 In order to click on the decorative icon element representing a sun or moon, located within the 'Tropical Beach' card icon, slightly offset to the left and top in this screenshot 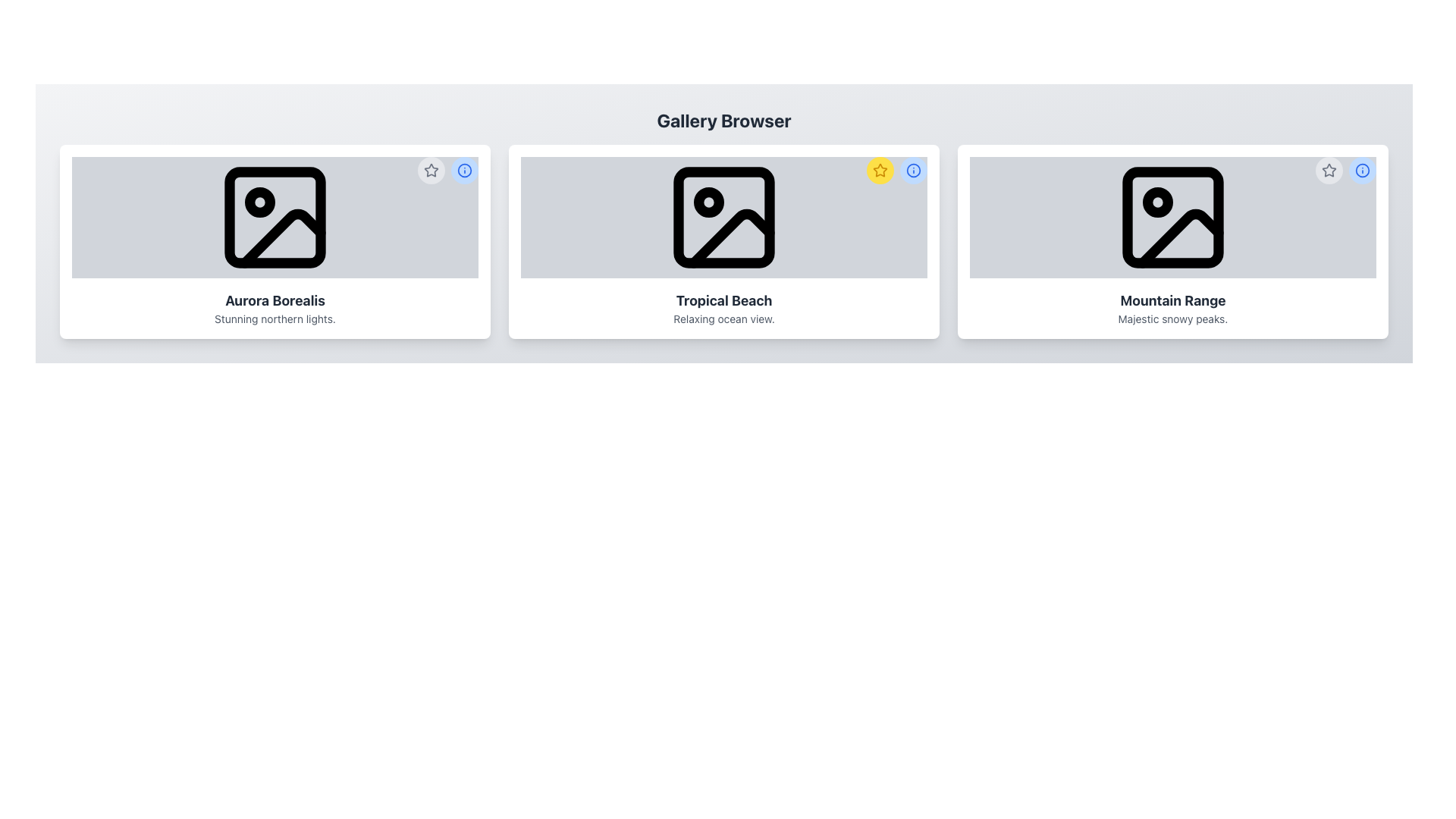, I will do `click(708, 201)`.